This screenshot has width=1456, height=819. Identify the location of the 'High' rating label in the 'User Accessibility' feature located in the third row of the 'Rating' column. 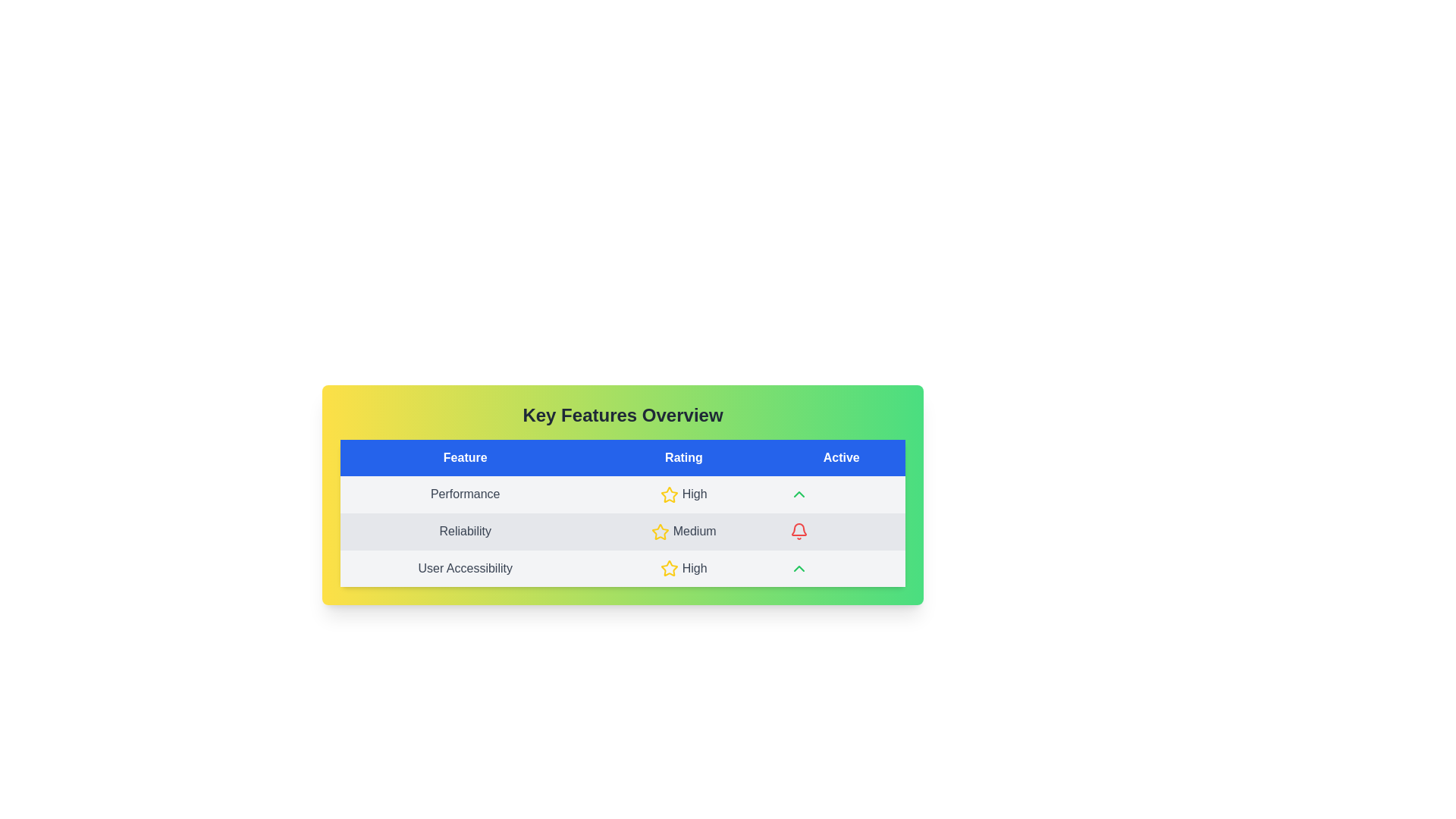
(683, 568).